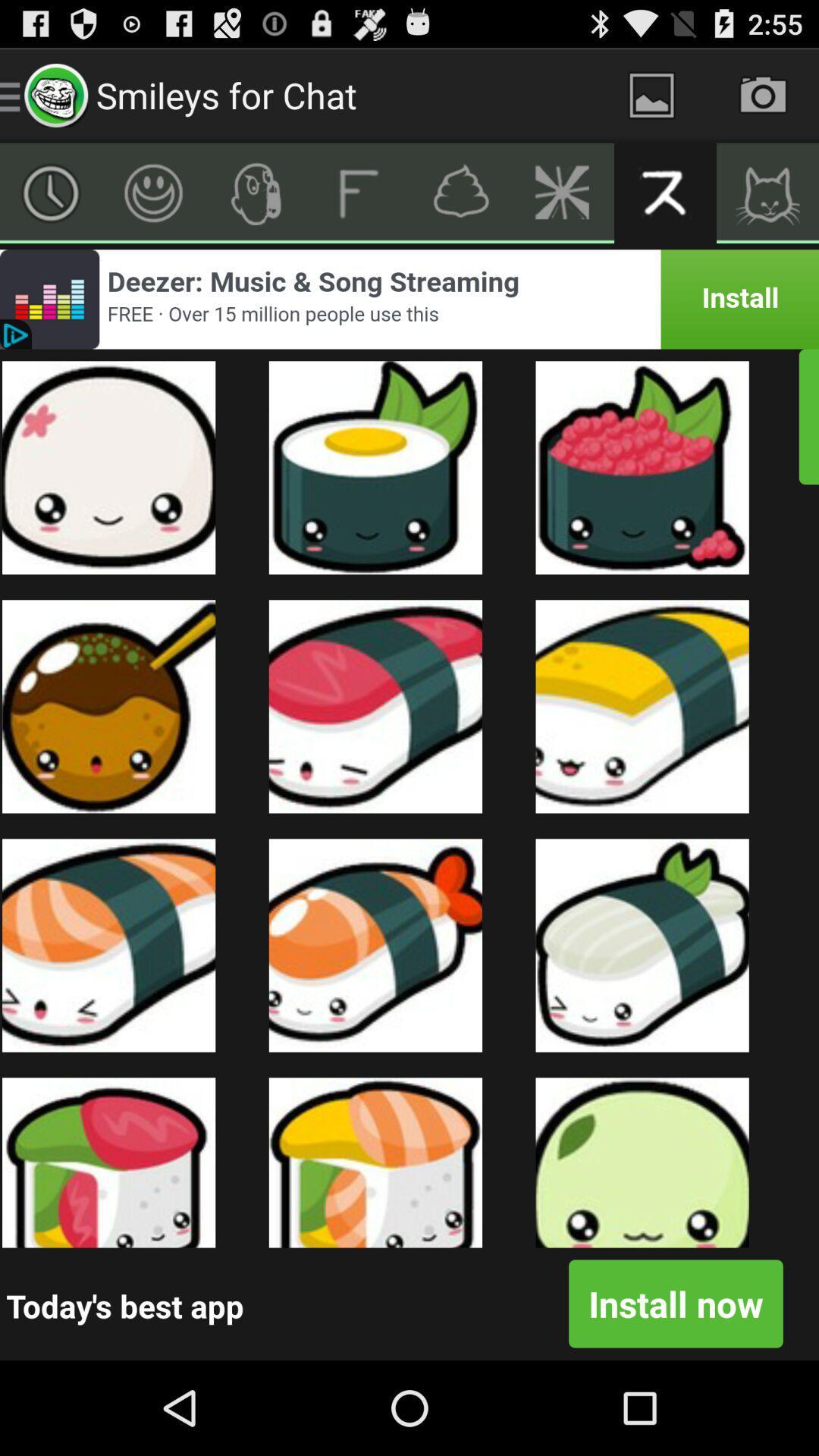  Describe the element at coordinates (108, 945) in the screenshot. I see `the first image in the third row` at that location.